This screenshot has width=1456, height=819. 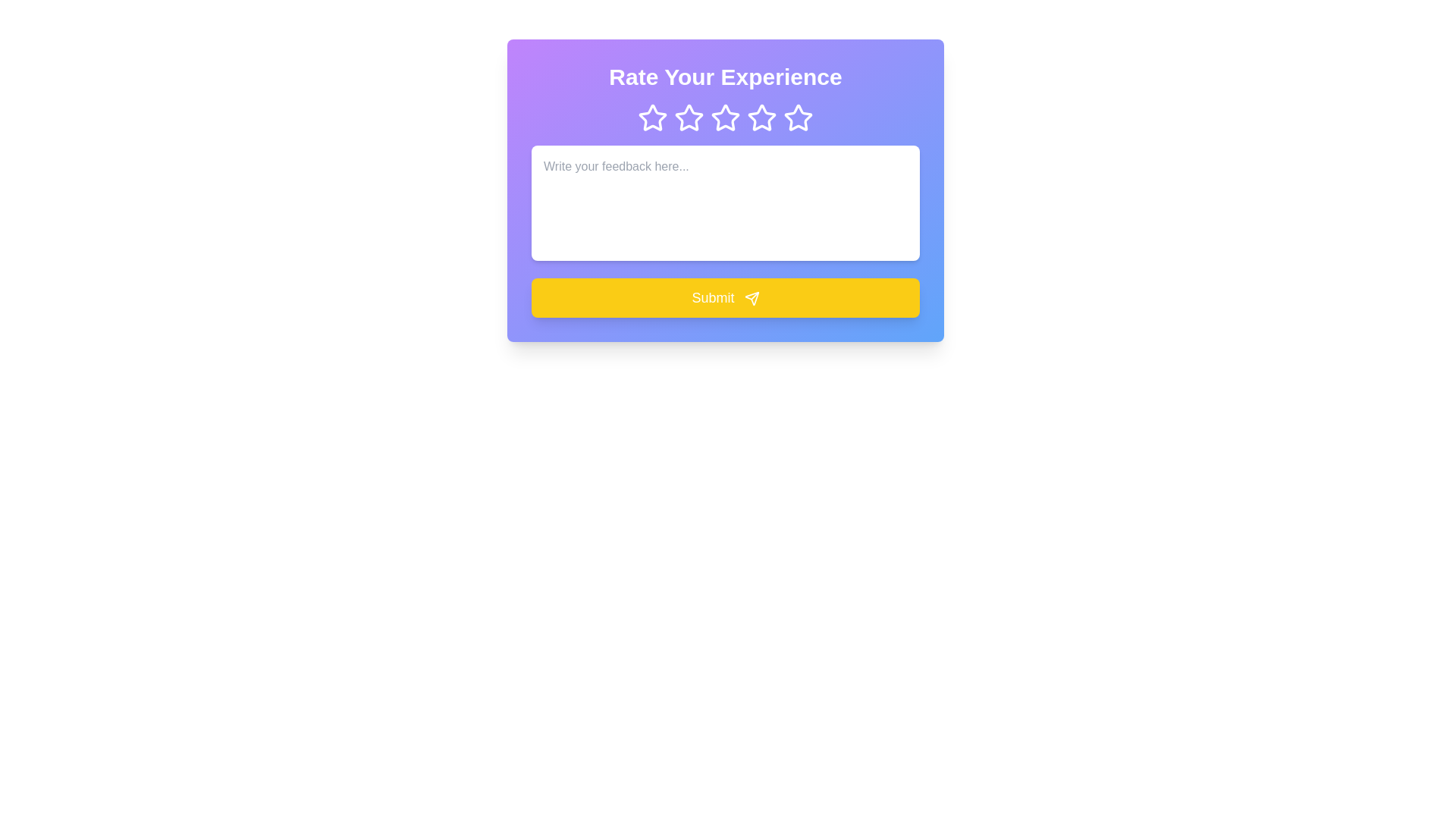 What do you see at coordinates (724, 298) in the screenshot?
I see `the submission button located below the text area labeled 'Write your feedback here...'` at bounding box center [724, 298].